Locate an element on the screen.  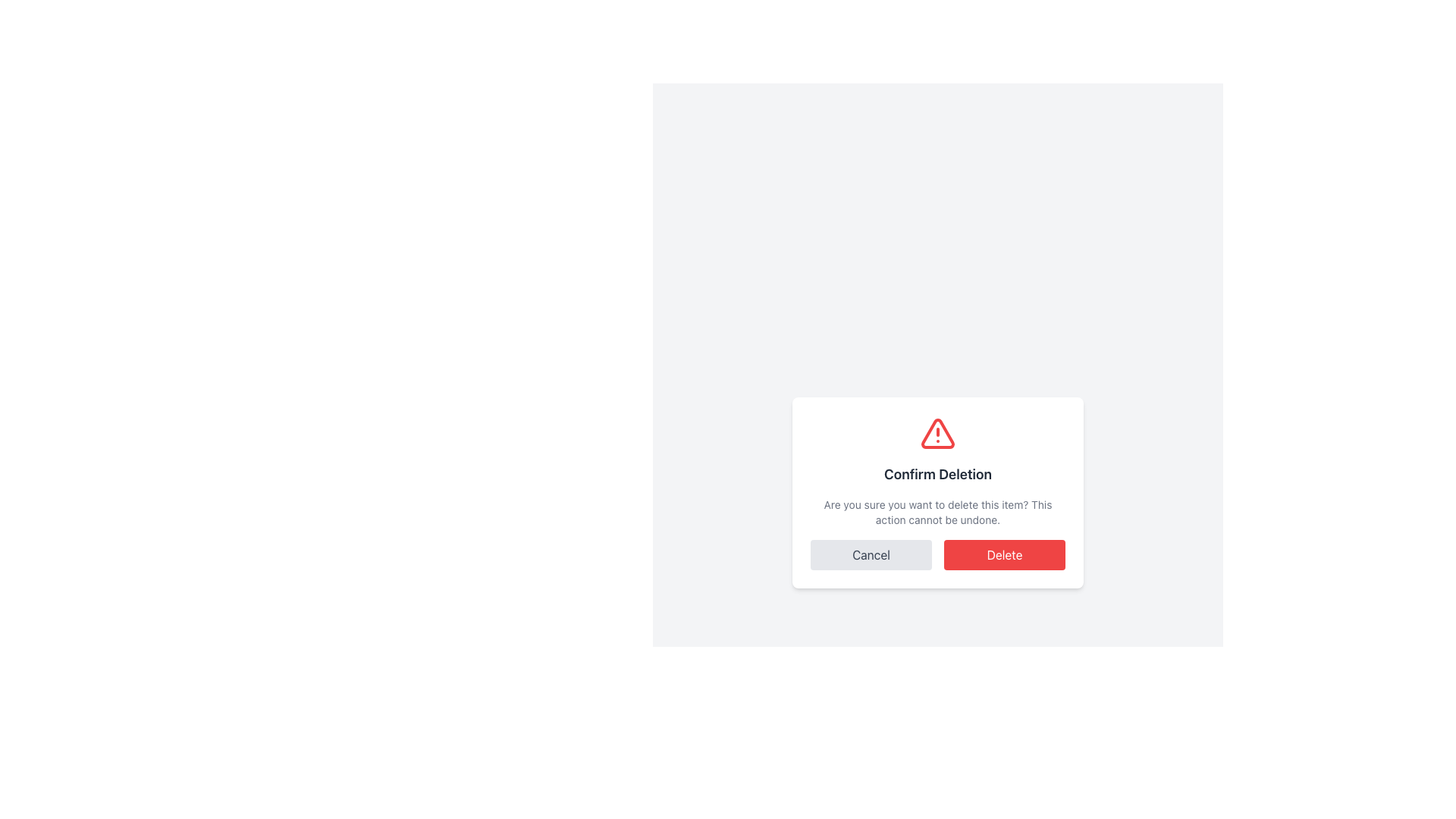
the Warning Icon located at the top of the confirmation modal, centered above the 'Confirm Deletion' title is located at coordinates (937, 433).